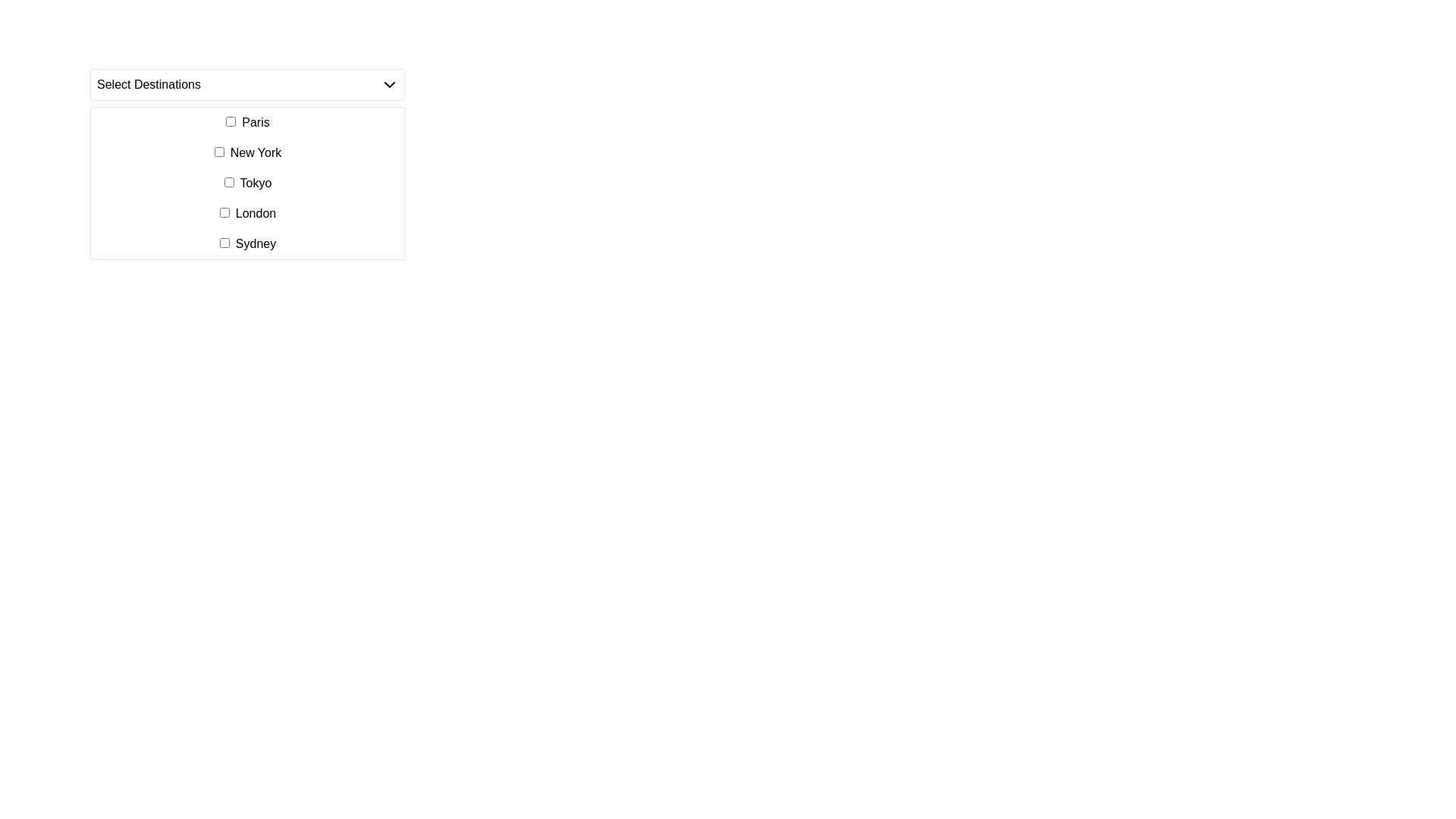 Image resolution: width=1456 pixels, height=819 pixels. Describe the element at coordinates (224, 212) in the screenshot. I see `the checkbox located to the left of the 'London' label in the fourth entry of the 'Select Destinations' list` at that location.